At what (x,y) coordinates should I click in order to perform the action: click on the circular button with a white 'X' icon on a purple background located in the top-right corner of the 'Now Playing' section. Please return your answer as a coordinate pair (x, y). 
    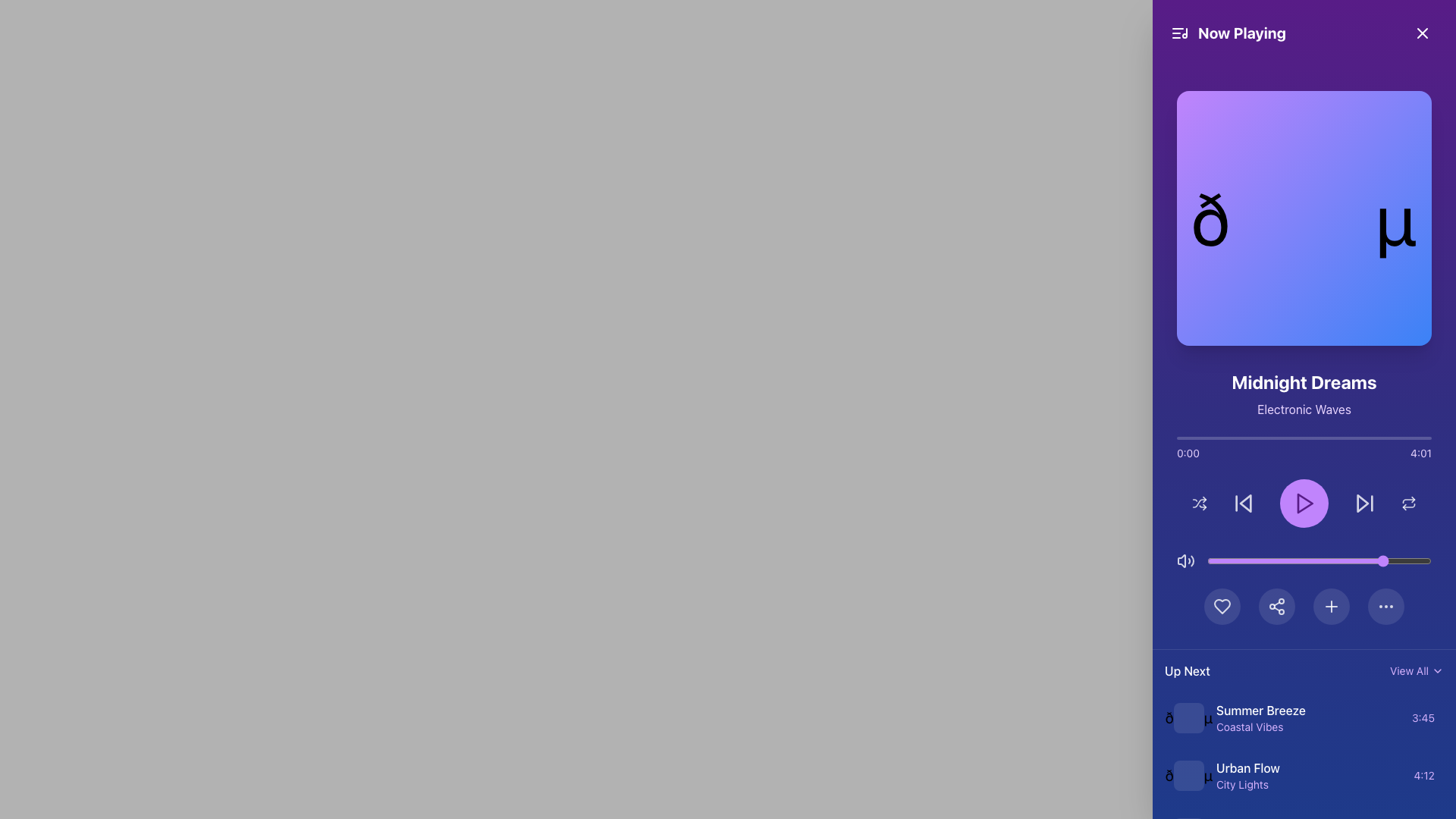
    Looking at the image, I should click on (1422, 33).